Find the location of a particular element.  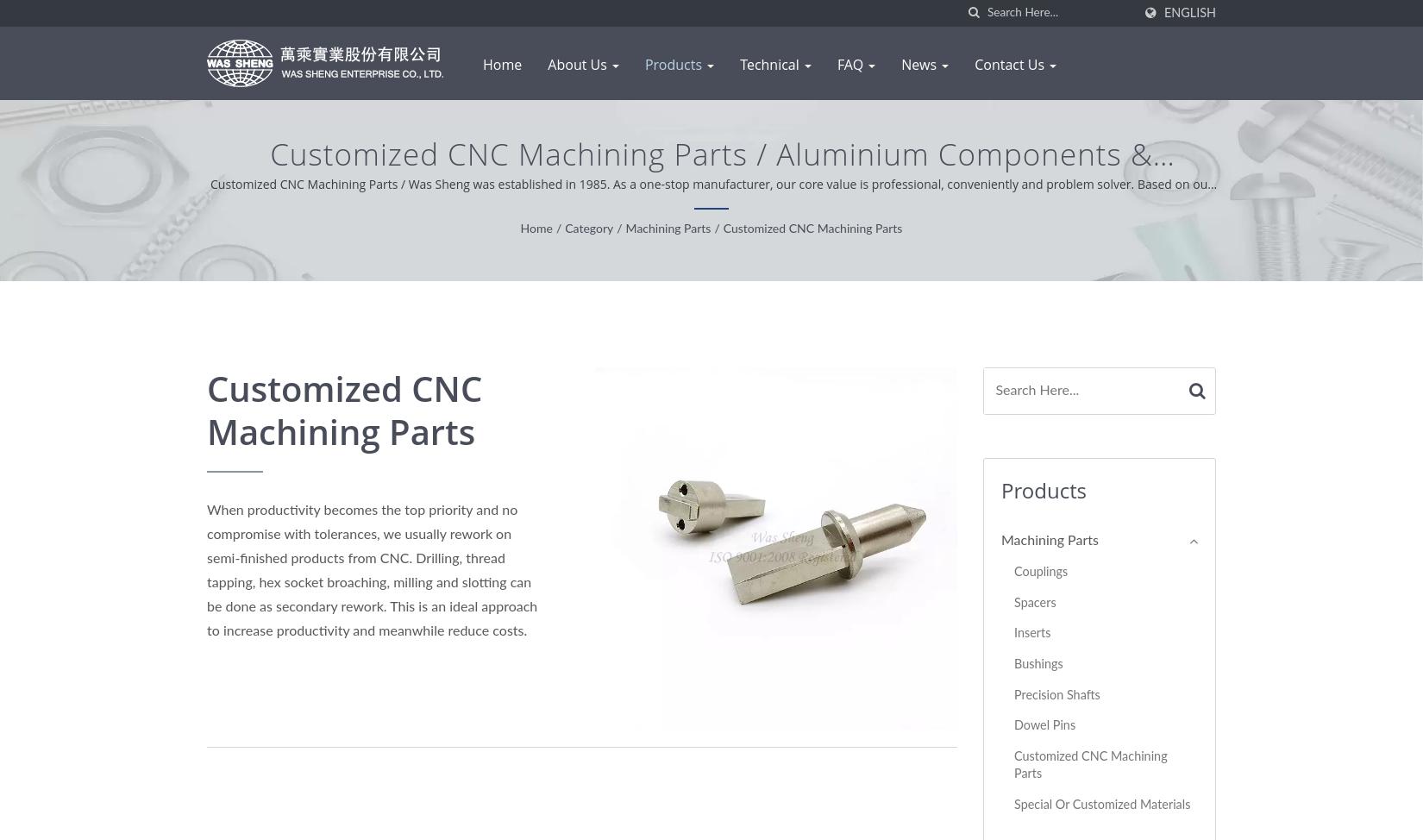

'English' is located at coordinates (1163, 13).